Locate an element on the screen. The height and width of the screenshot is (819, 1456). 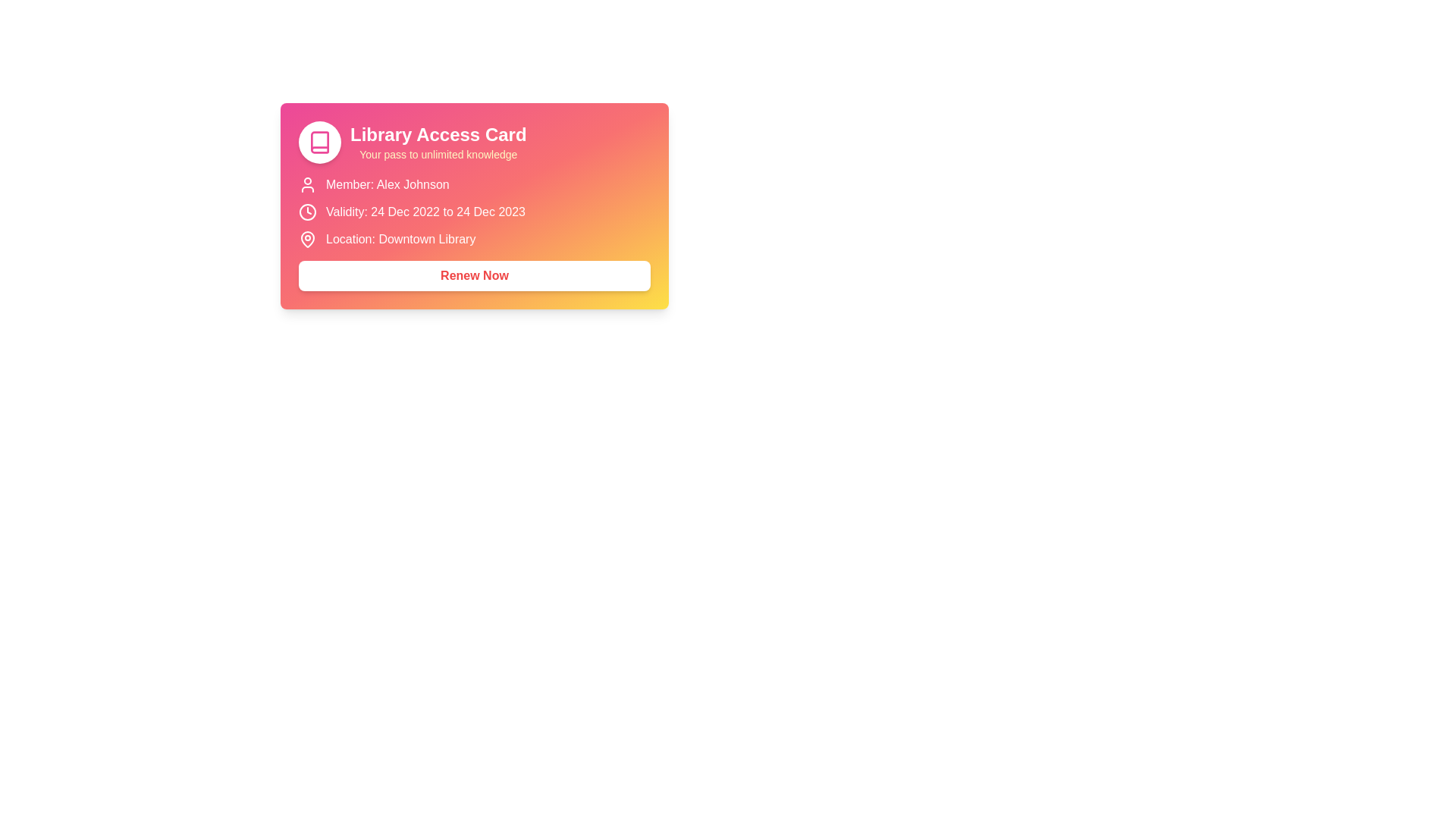
text displayed in the text block labeled 'Library Access Card' with subtext 'Your pass to unlimited knowledge', which is positioned on a pink gradient background is located at coordinates (438, 143).